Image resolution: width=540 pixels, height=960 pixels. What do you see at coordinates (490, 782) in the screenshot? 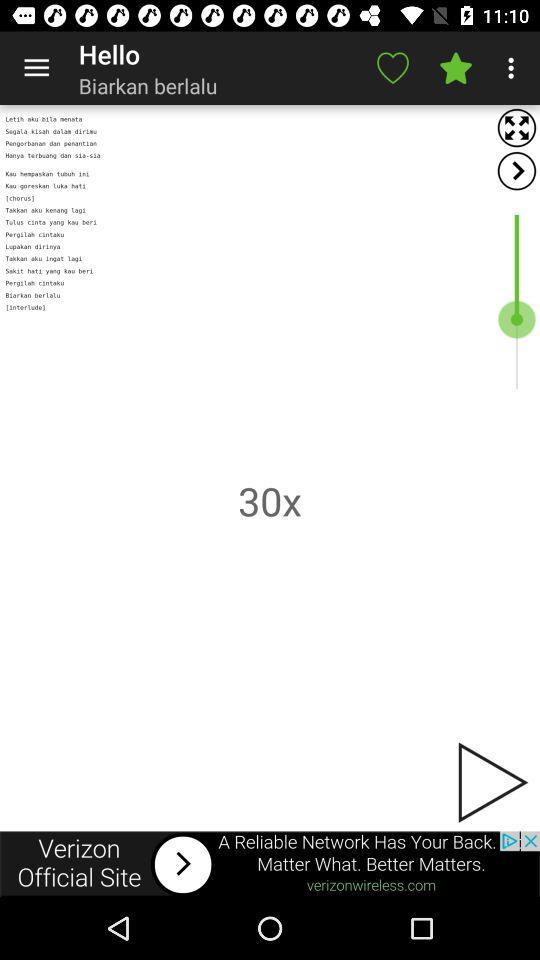
I see `button` at bounding box center [490, 782].